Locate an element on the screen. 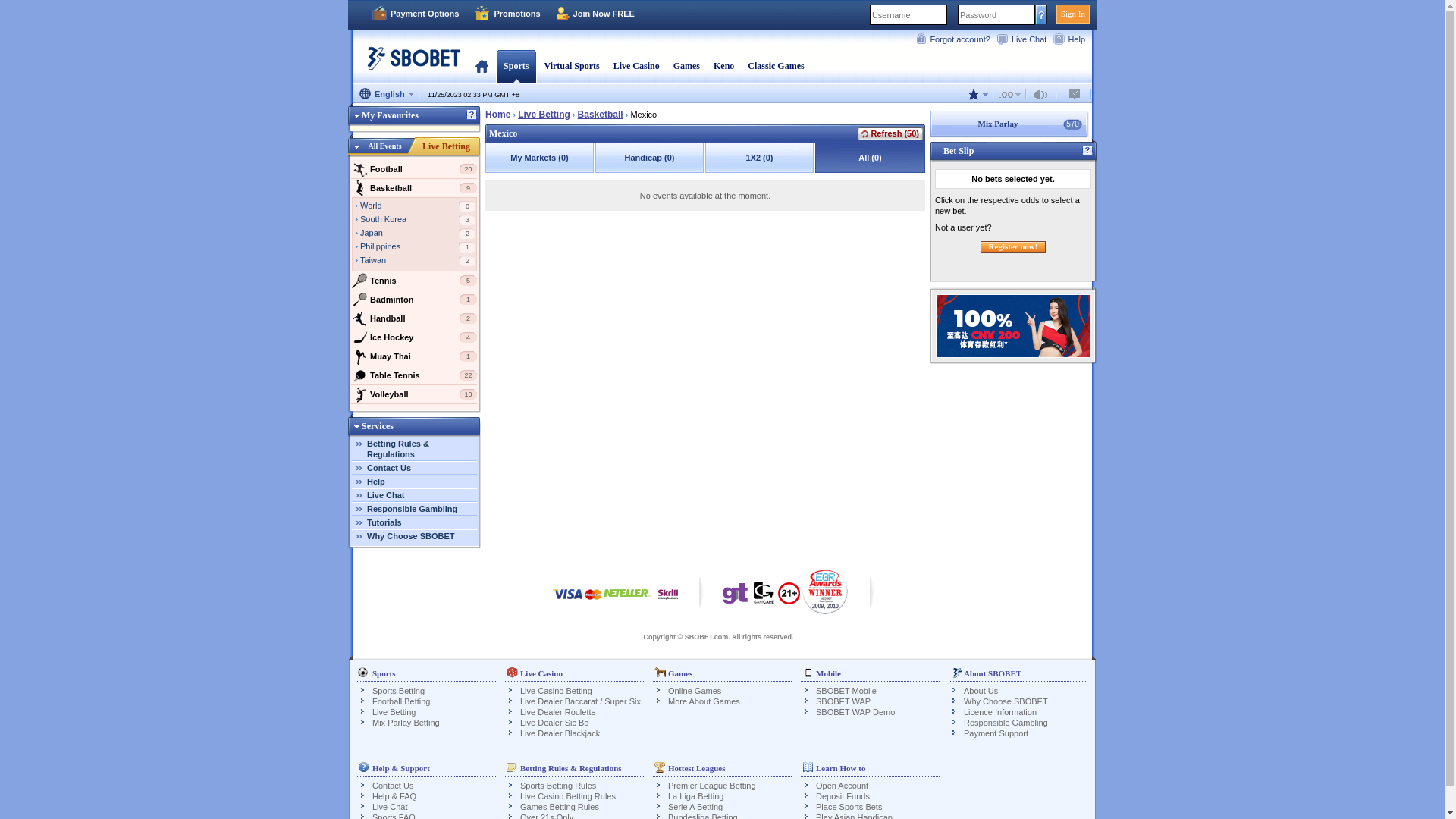 The image size is (1456, 819). 'Premier League Betting' is located at coordinates (711, 785).